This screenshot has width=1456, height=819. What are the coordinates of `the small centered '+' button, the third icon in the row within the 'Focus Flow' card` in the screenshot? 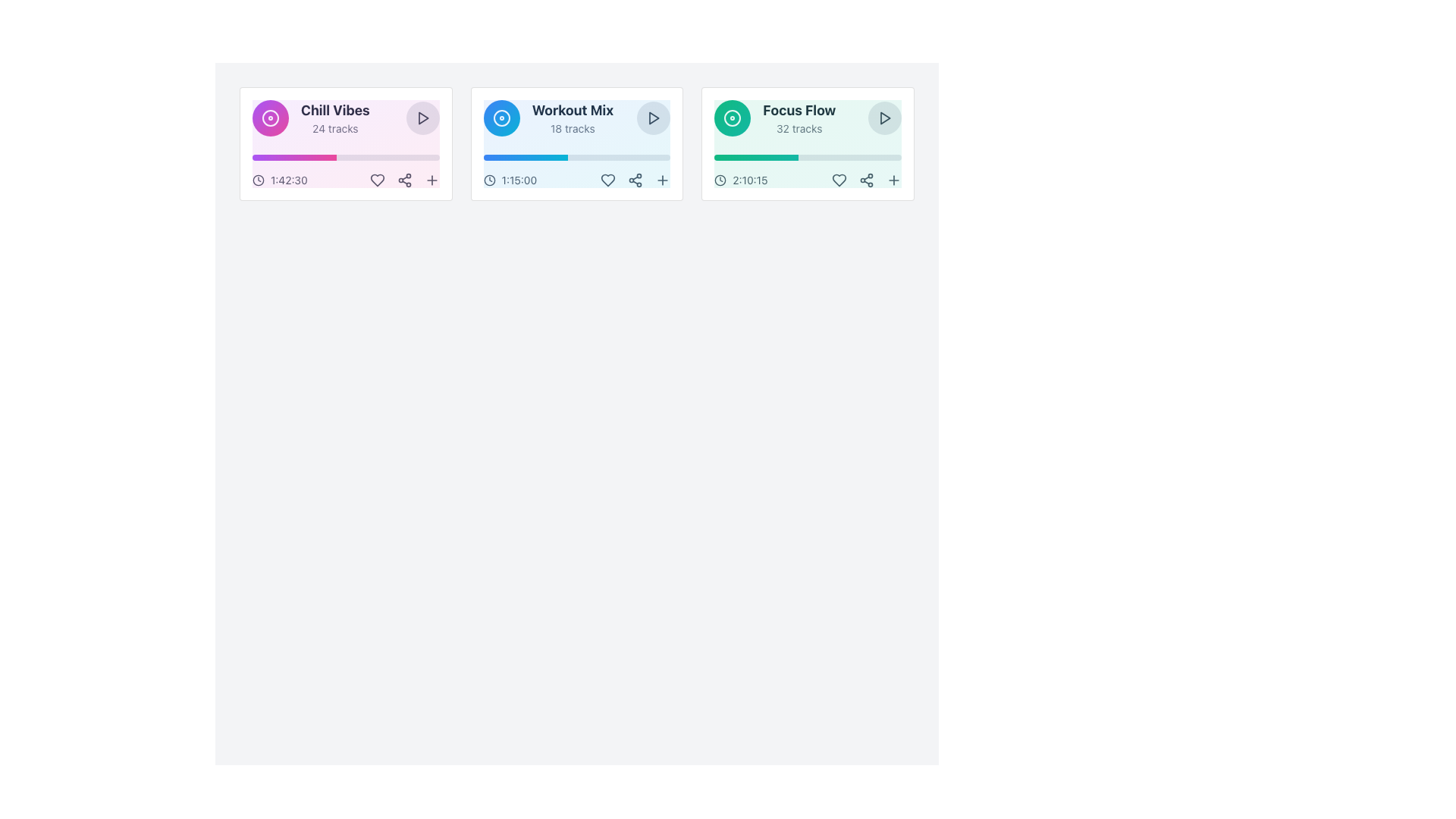 It's located at (893, 180).